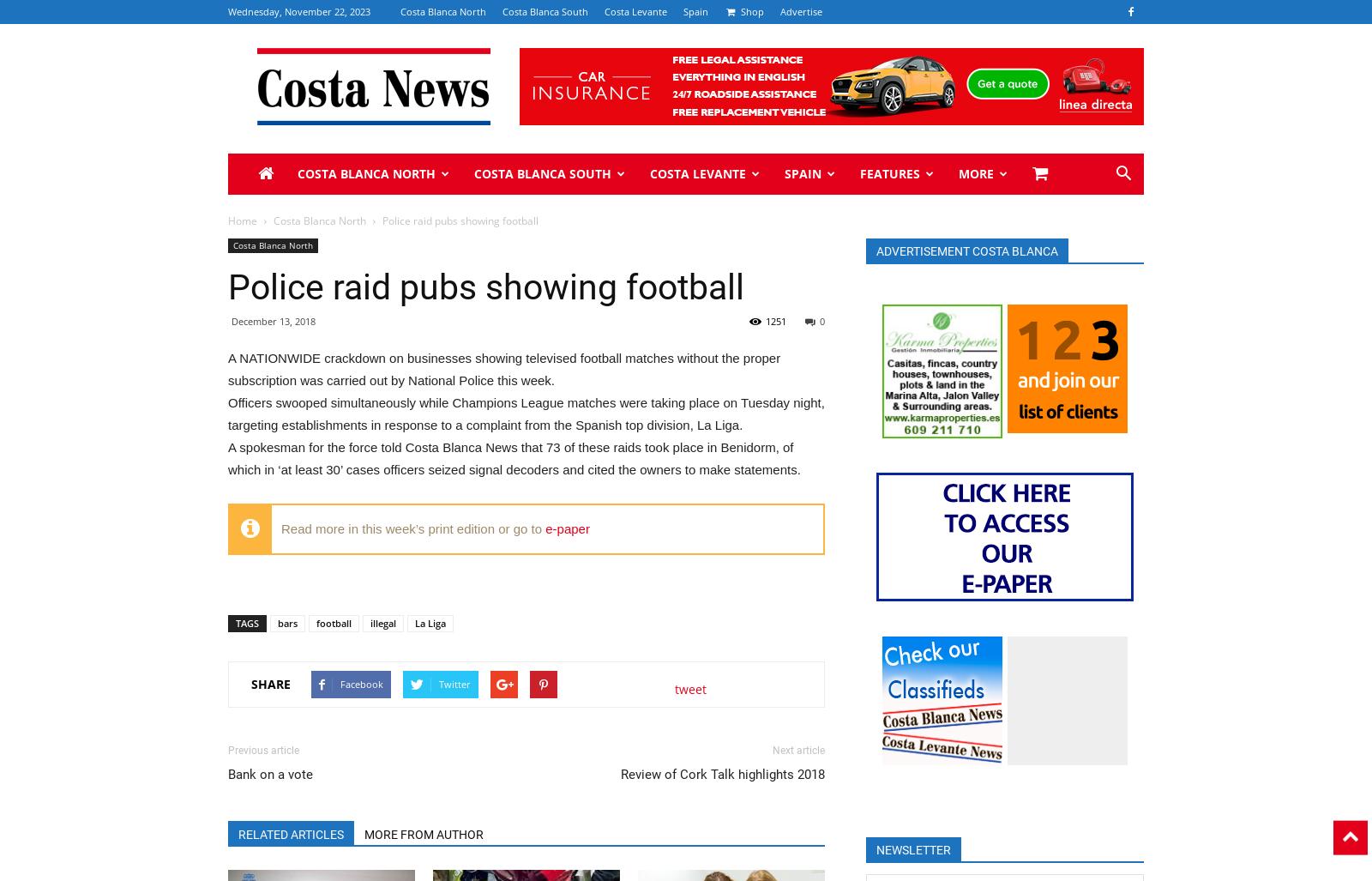 The width and height of the screenshot is (1372, 881). I want to click on 'MORE FROM AUTHOR', so click(423, 832).